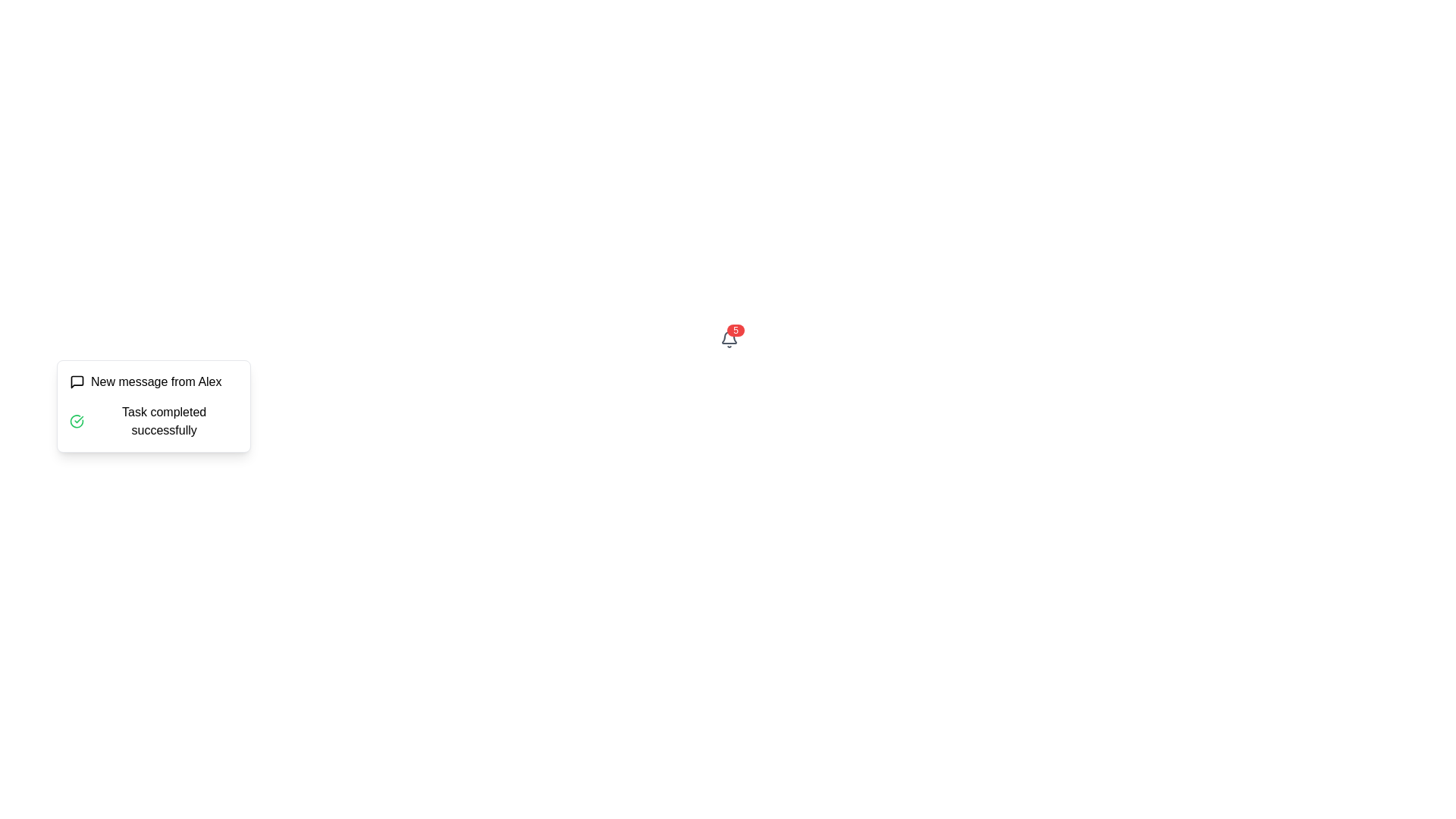 The image size is (1456, 819). Describe the element at coordinates (736, 329) in the screenshot. I see `the notifications represented by the red circular Notification Badge displaying the number '5', located near the top-right corner of the bell icon` at that location.